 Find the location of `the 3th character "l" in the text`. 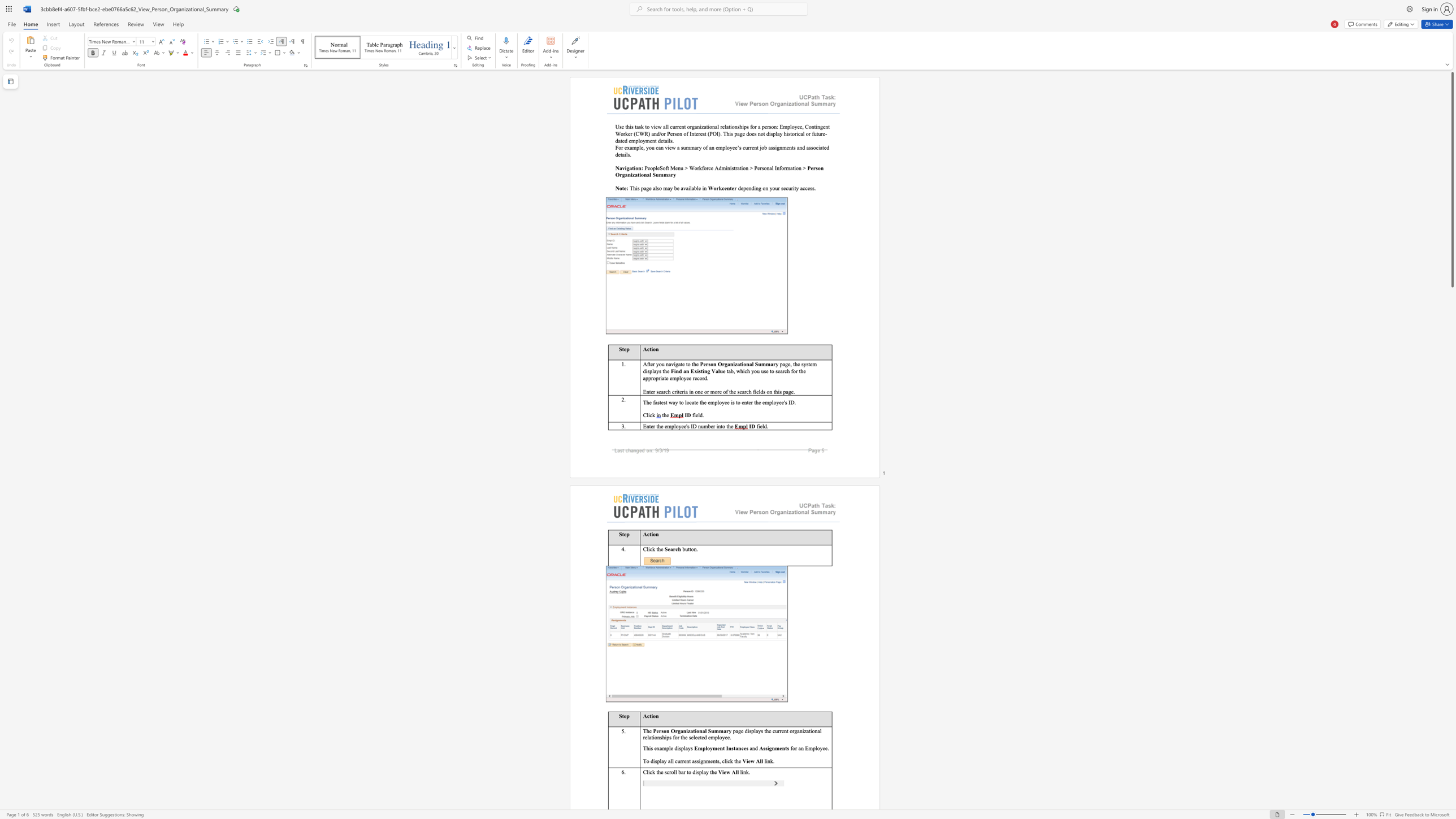

the 3th character "l" in the text is located at coordinates (697, 188).